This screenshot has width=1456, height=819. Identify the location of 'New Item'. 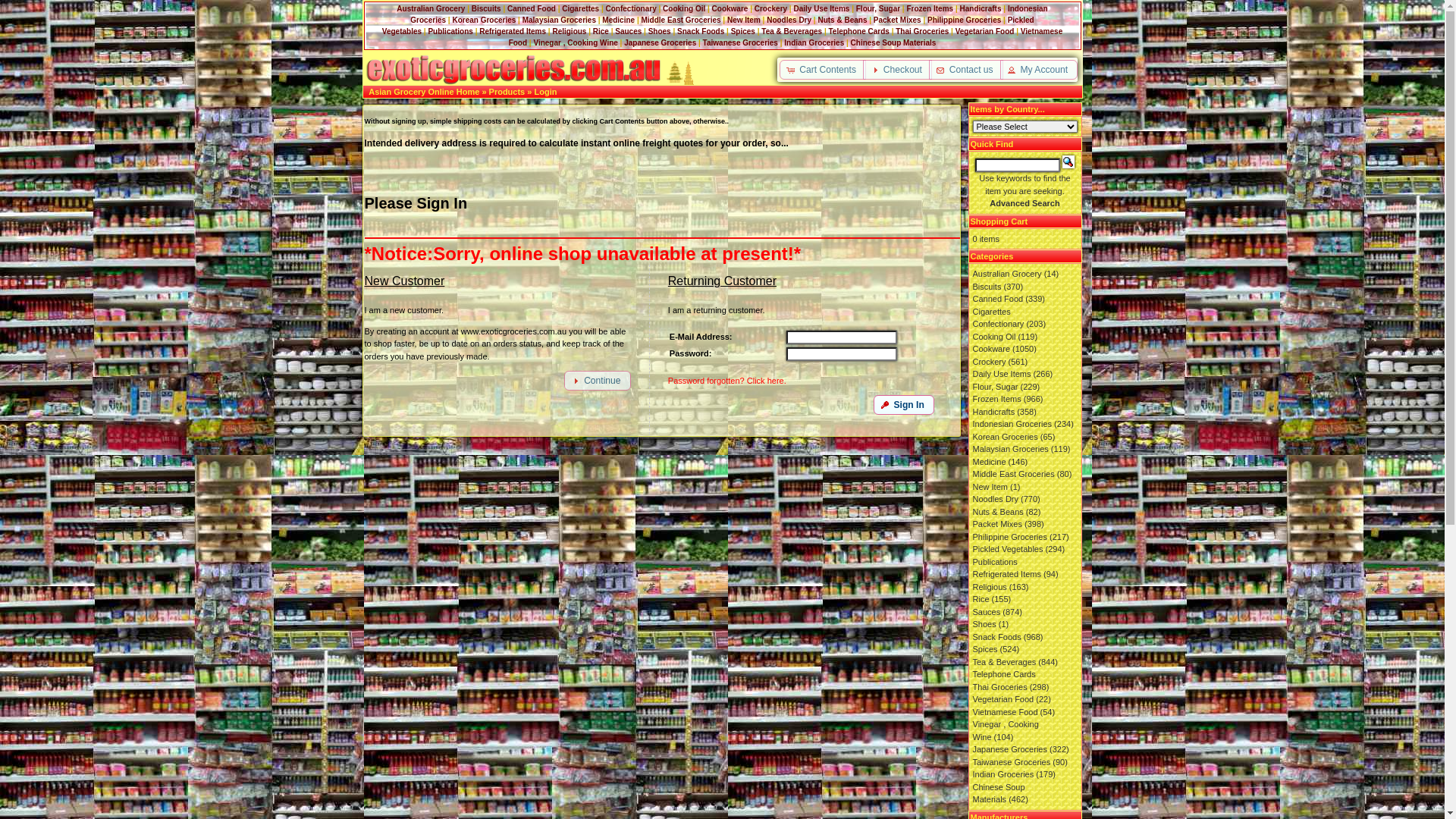
(726, 20).